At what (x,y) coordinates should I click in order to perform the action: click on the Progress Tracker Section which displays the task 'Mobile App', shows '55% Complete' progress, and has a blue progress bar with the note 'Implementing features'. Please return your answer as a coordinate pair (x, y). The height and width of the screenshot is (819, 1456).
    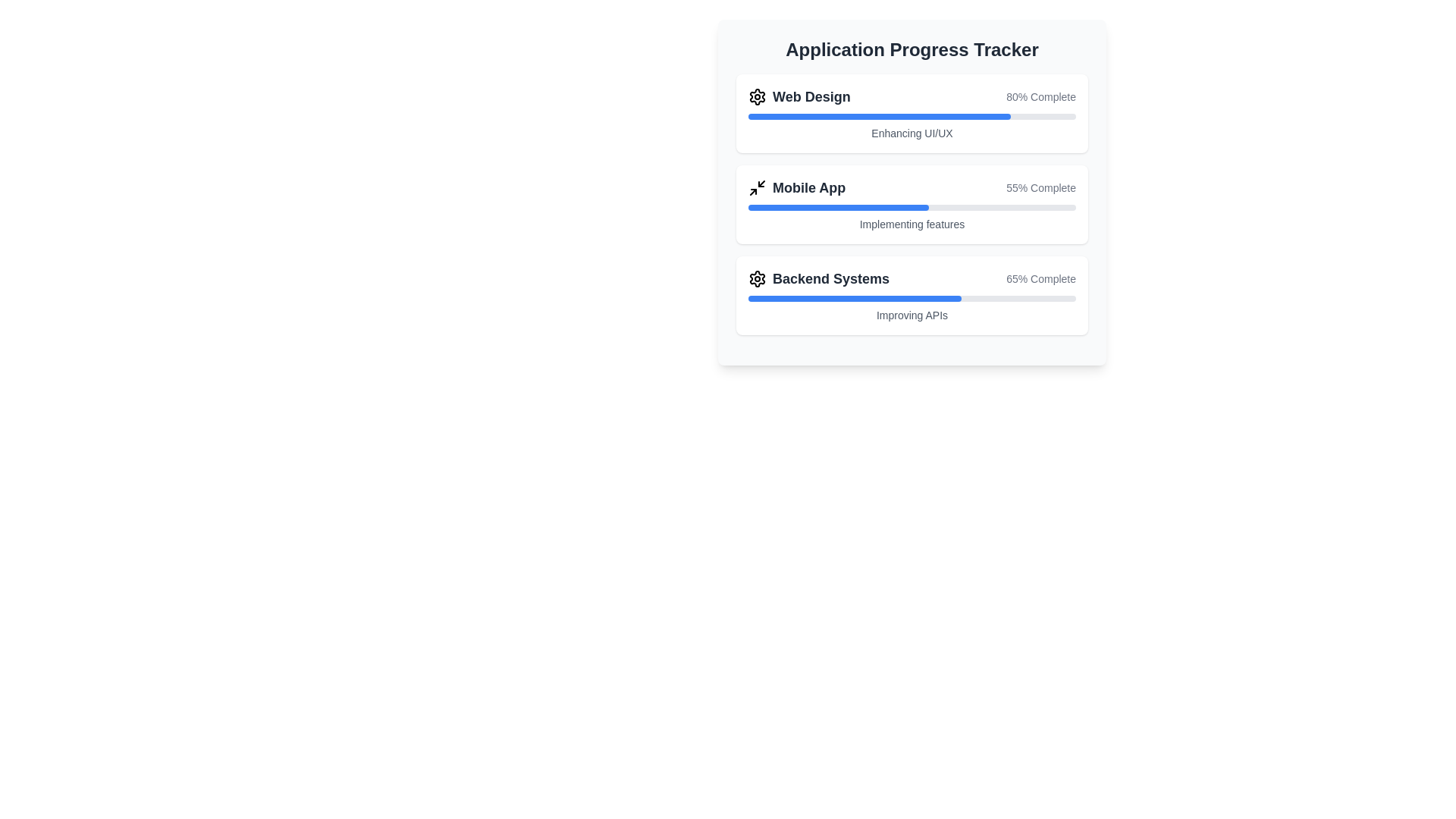
    Looking at the image, I should click on (912, 205).